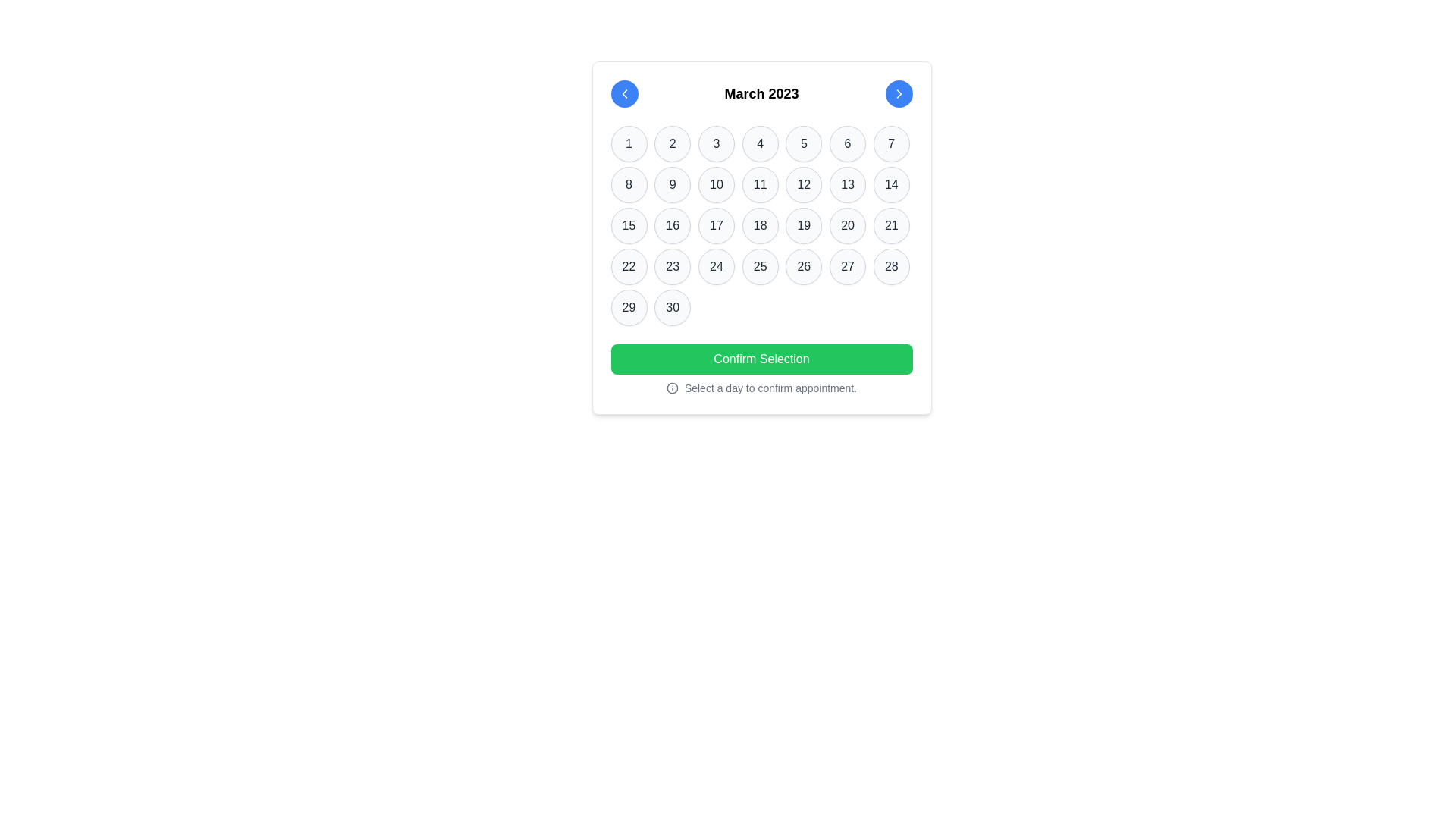  Describe the element at coordinates (760, 143) in the screenshot. I see `the button labeled '4' in the calendar interface` at that location.